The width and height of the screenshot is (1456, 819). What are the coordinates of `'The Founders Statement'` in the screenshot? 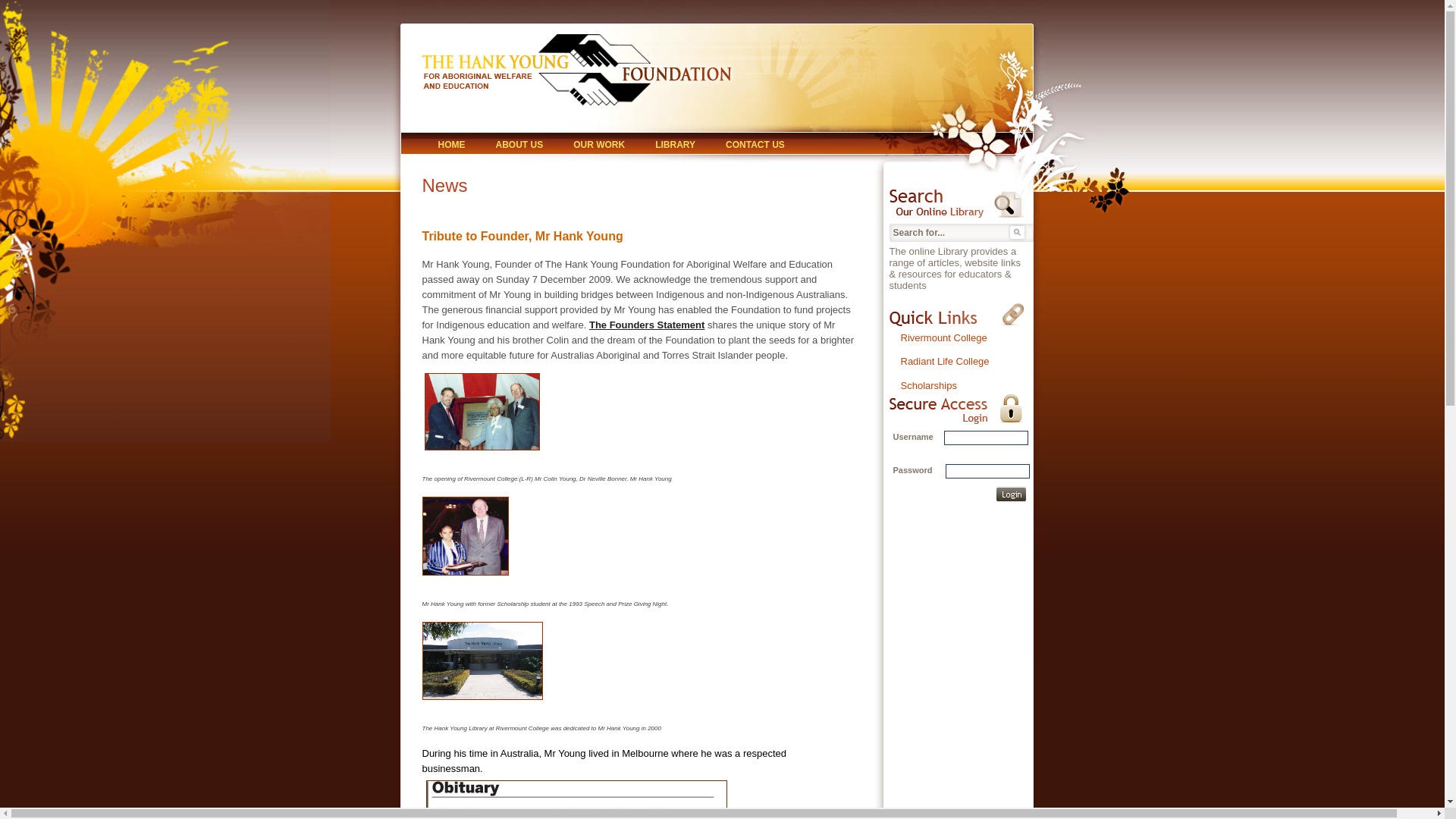 It's located at (647, 324).